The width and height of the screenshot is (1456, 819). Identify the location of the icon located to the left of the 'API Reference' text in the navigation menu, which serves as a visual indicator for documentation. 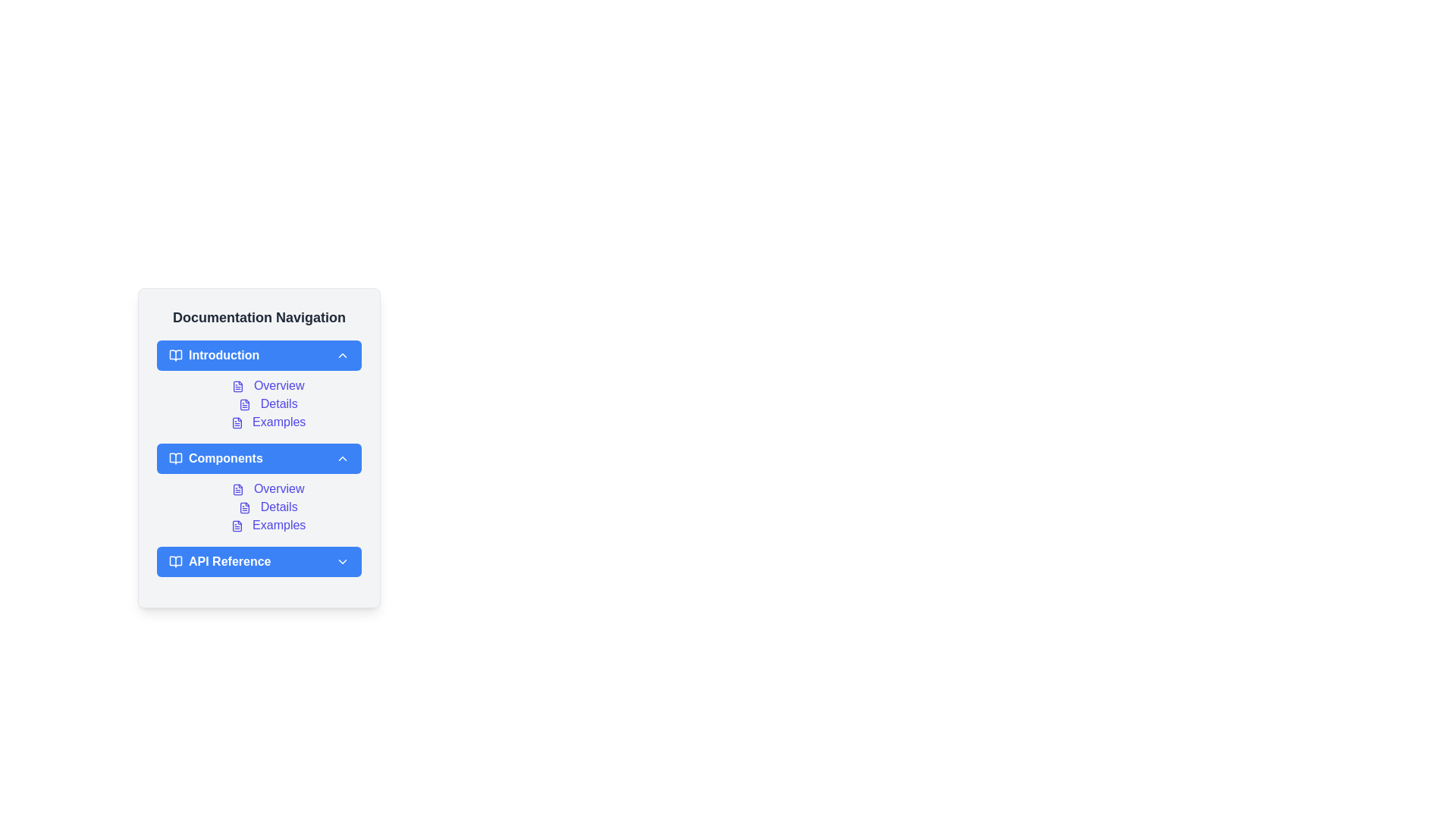
(175, 561).